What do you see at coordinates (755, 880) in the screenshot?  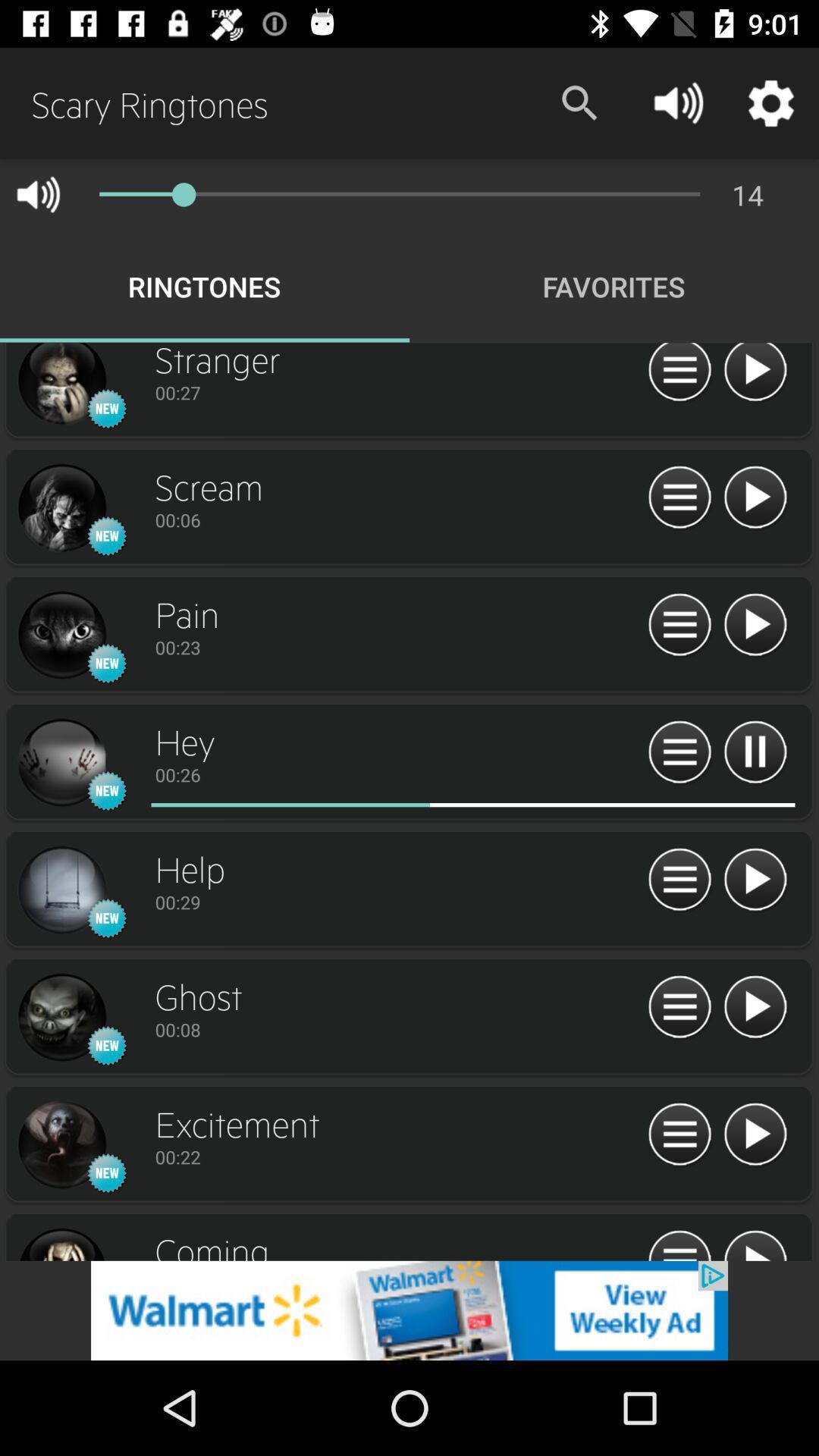 I see `option` at bounding box center [755, 880].